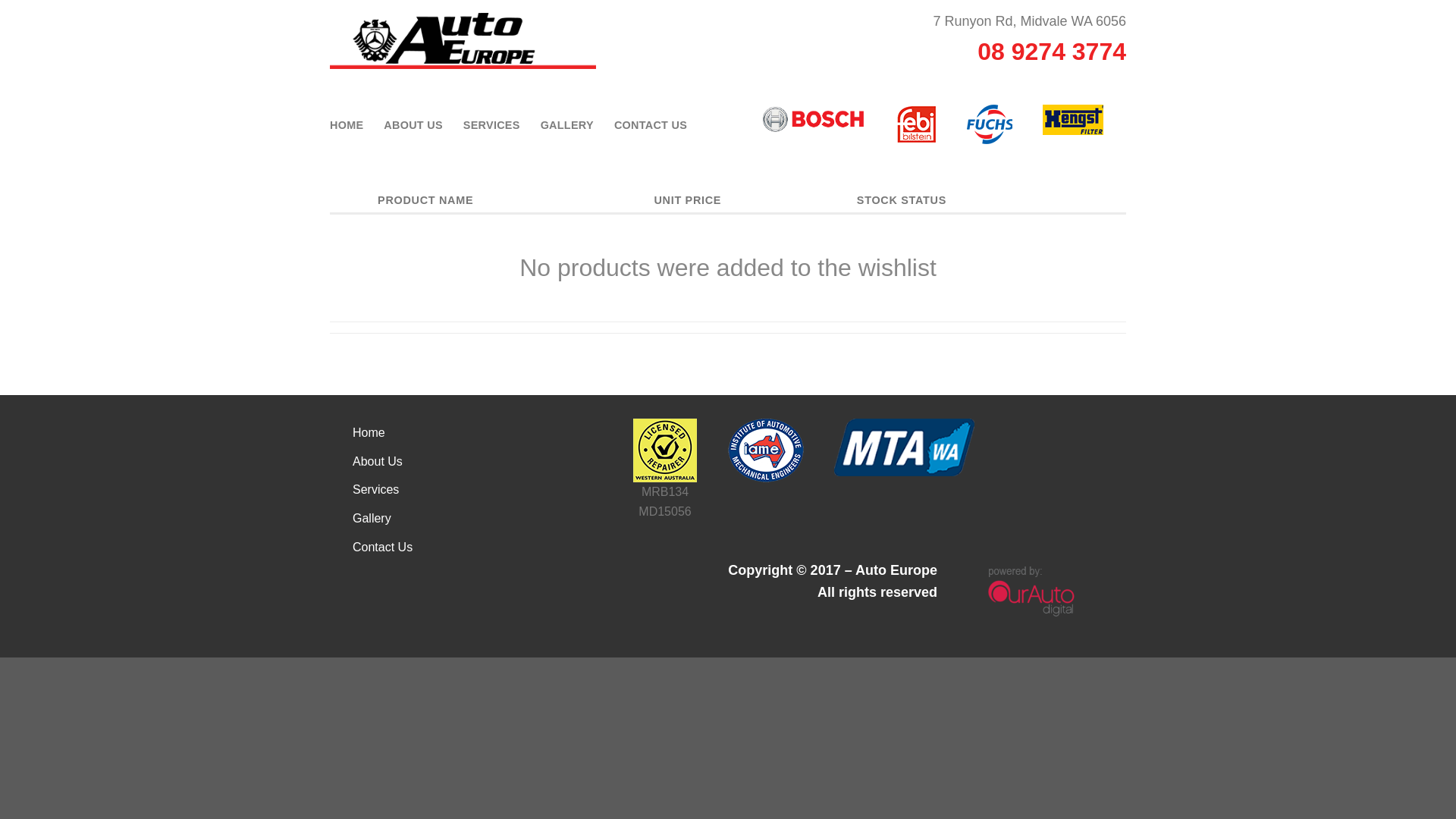  What do you see at coordinates (462, 40) in the screenshot?
I see `'Auto Europe - Automotive Services'` at bounding box center [462, 40].